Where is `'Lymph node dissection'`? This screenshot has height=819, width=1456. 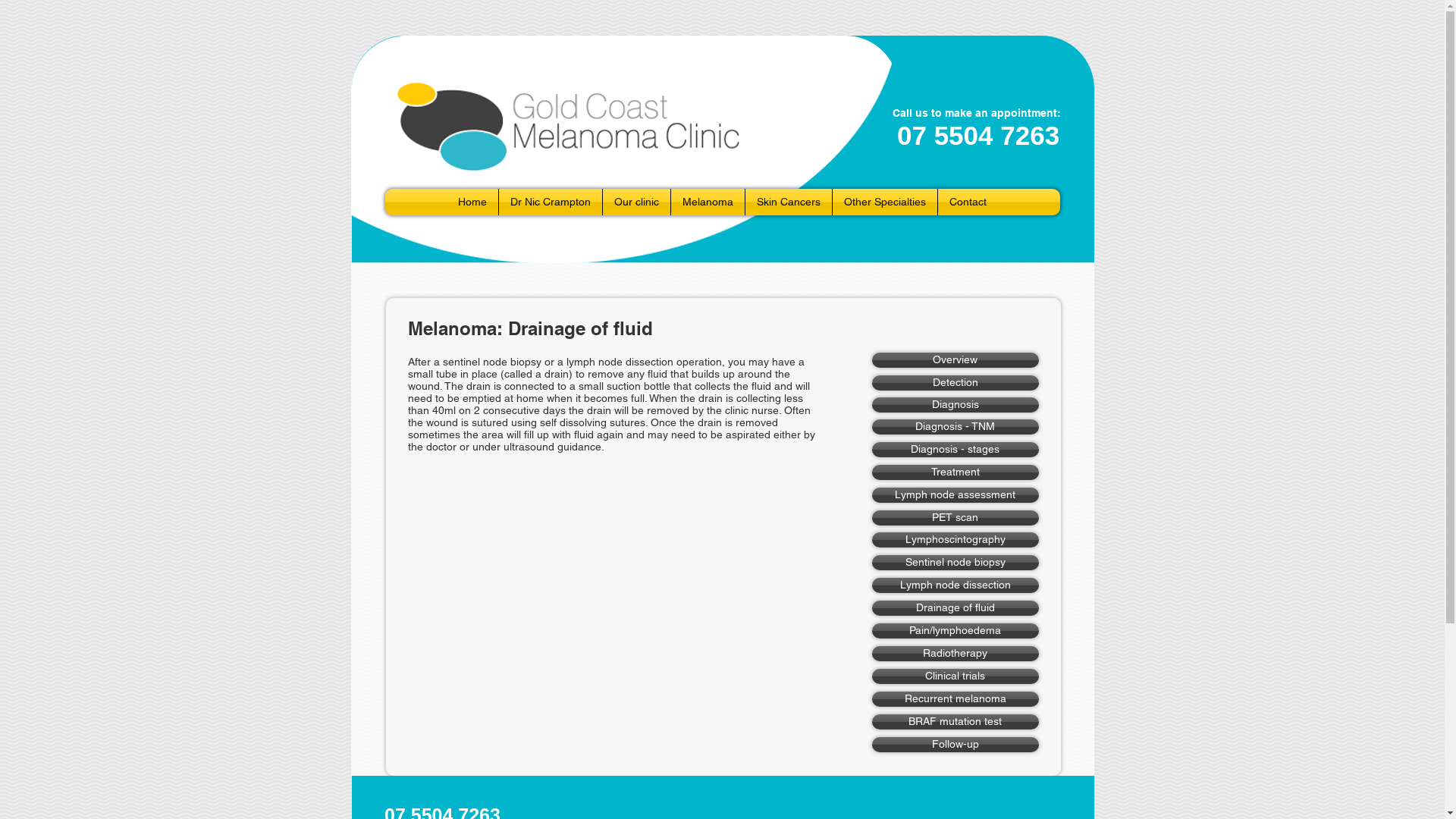 'Lymph node dissection' is located at coordinates (954, 584).